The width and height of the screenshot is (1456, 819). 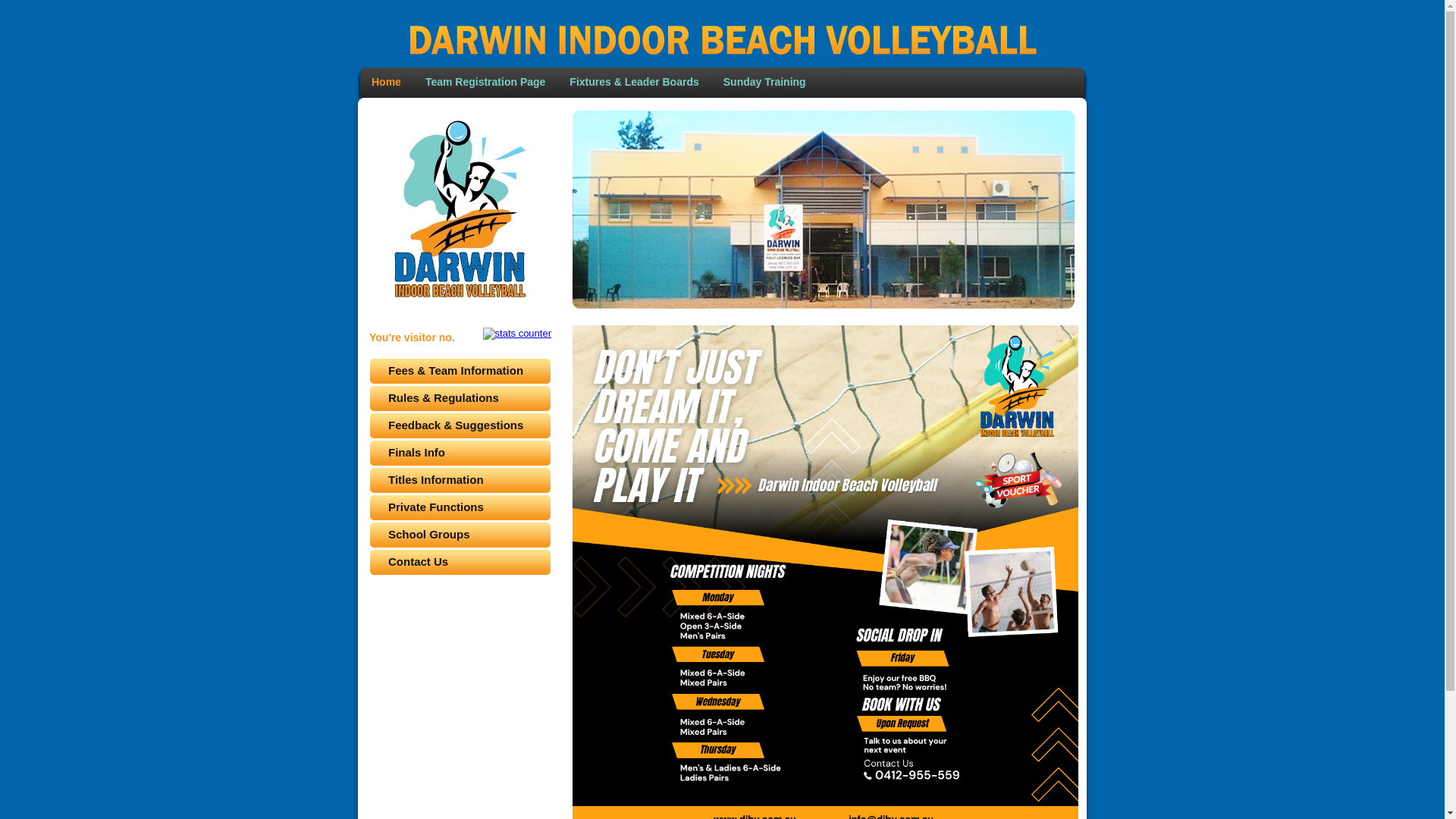 What do you see at coordinates (459, 425) in the screenshot?
I see `'Feedback & Suggestions'` at bounding box center [459, 425].